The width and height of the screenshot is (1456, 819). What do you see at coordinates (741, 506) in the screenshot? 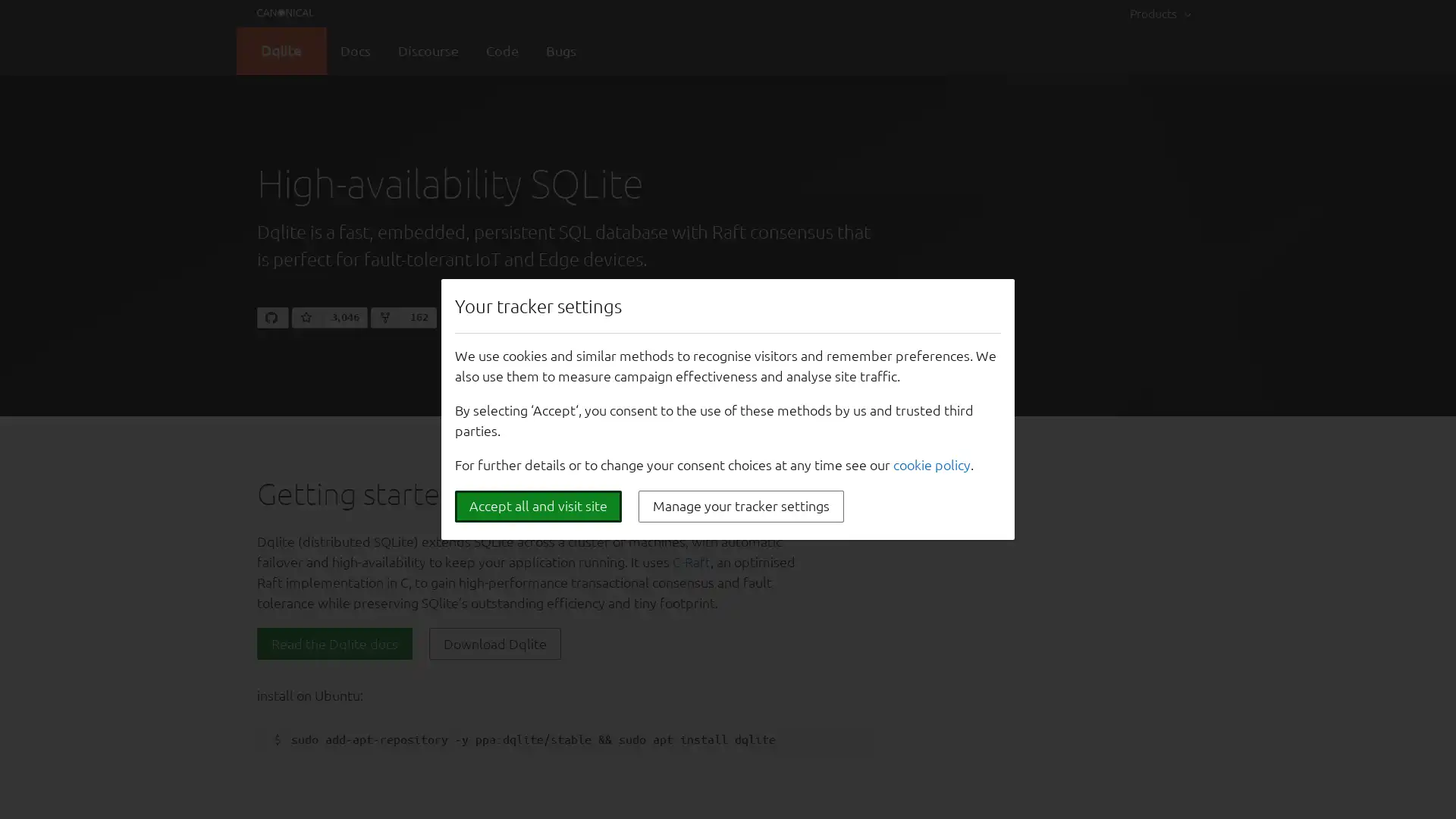
I see `Manage your tracker settings` at bounding box center [741, 506].